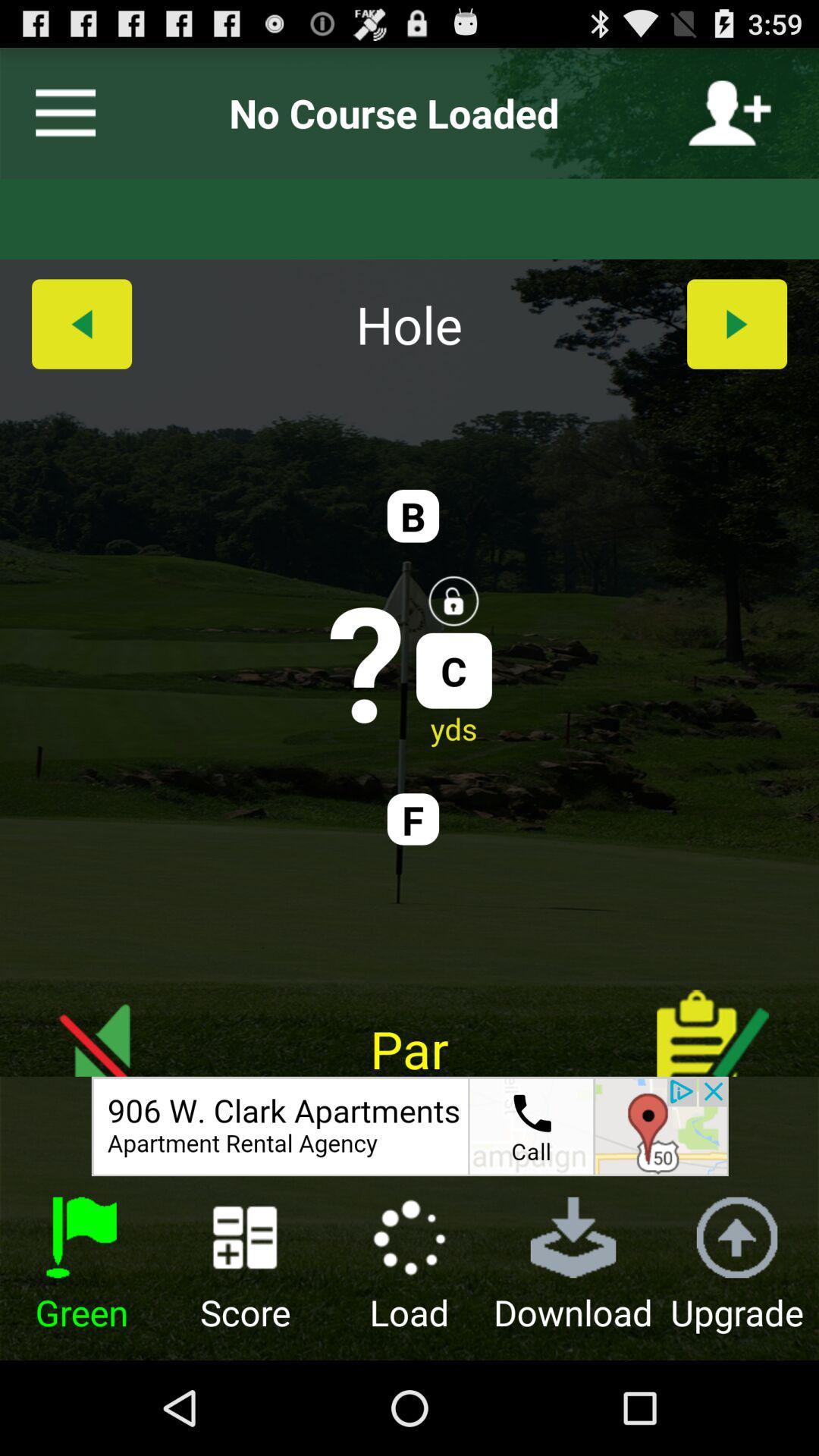 This screenshot has height=1456, width=819. Describe the element at coordinates (409, 1126) in the screenshot. I see `advertisement` at that location.